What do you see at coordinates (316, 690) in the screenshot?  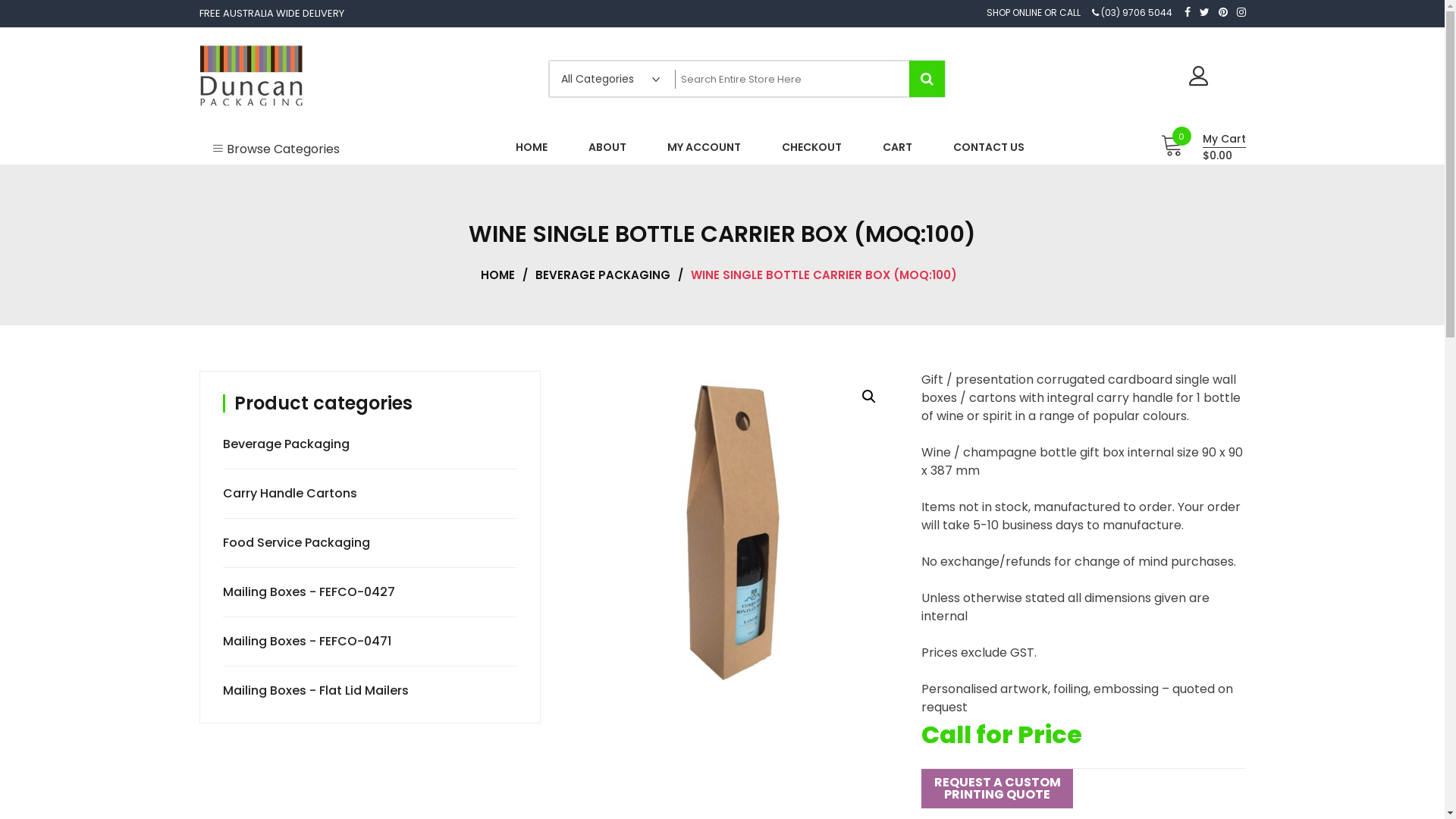 I see `'Mailing Boxes - Flat Lid Mailers'` at bounding box center [316, 690].